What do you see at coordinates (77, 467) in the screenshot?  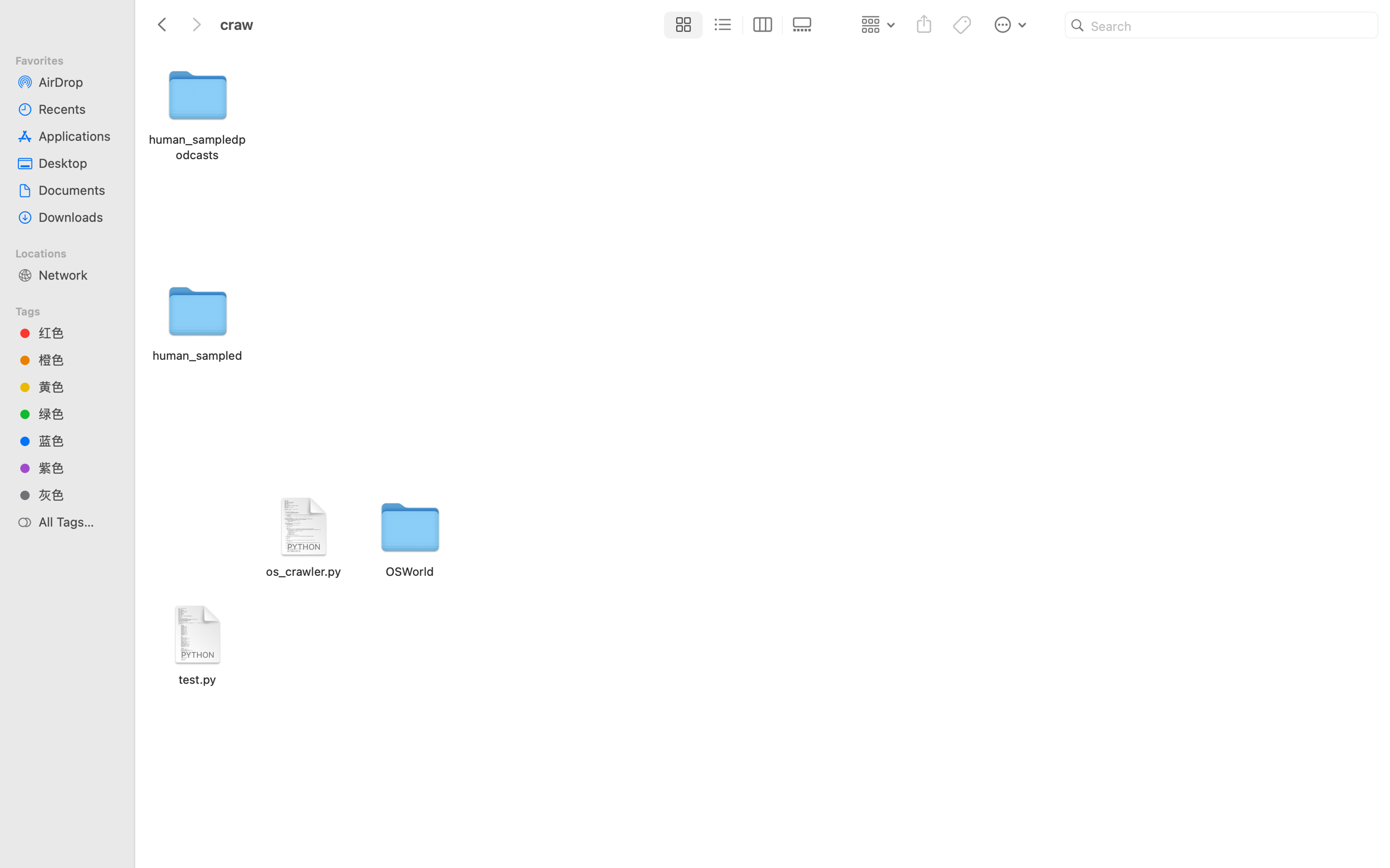 I see `'紫色'` at bounding box center [77, 467].